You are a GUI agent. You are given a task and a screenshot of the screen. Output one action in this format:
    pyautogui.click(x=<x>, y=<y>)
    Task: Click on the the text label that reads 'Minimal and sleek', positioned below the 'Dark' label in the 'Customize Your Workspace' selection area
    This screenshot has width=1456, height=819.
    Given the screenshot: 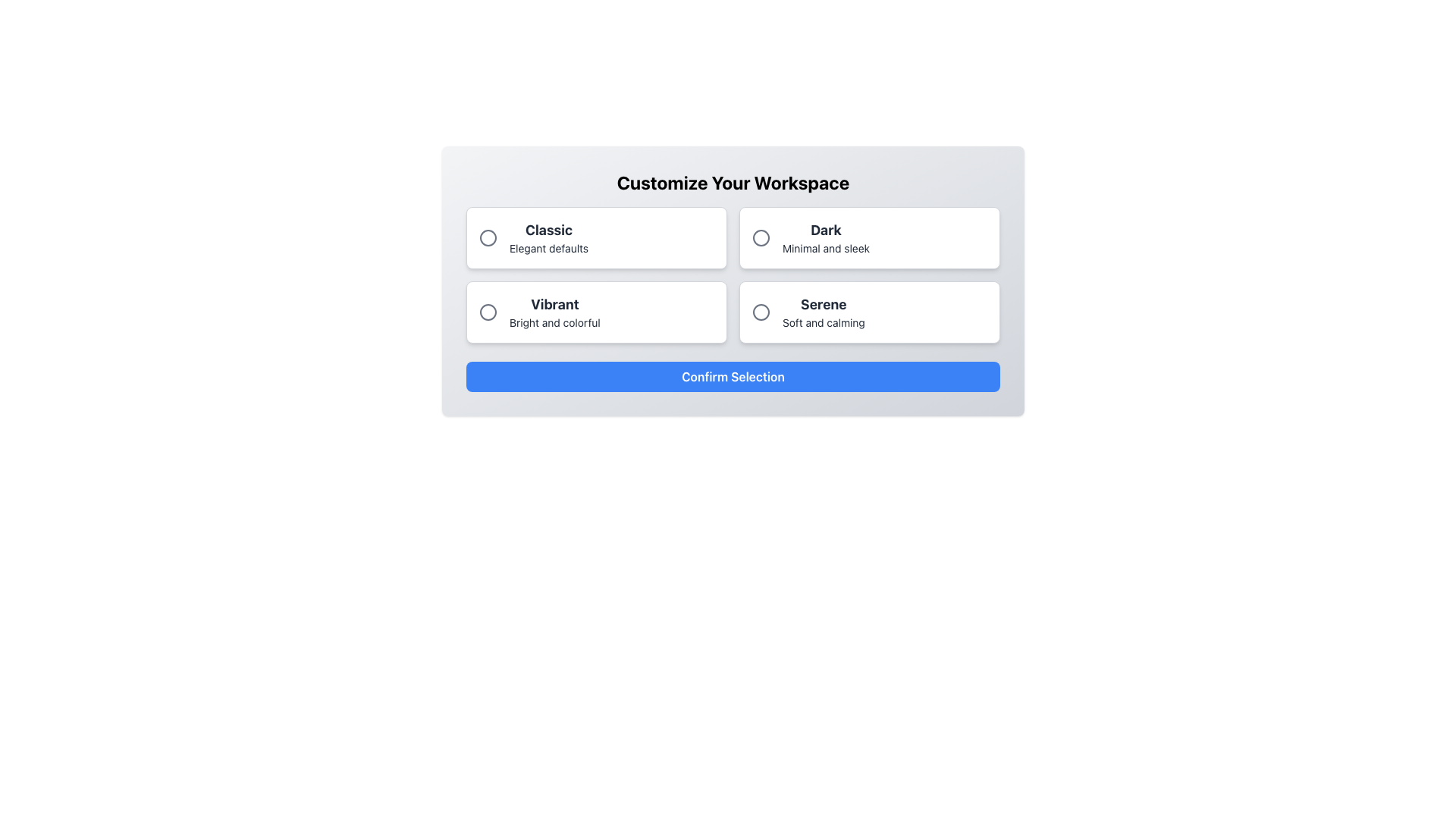 What is the action you would take?
    pyautogui.click(x=825, y=247)
    